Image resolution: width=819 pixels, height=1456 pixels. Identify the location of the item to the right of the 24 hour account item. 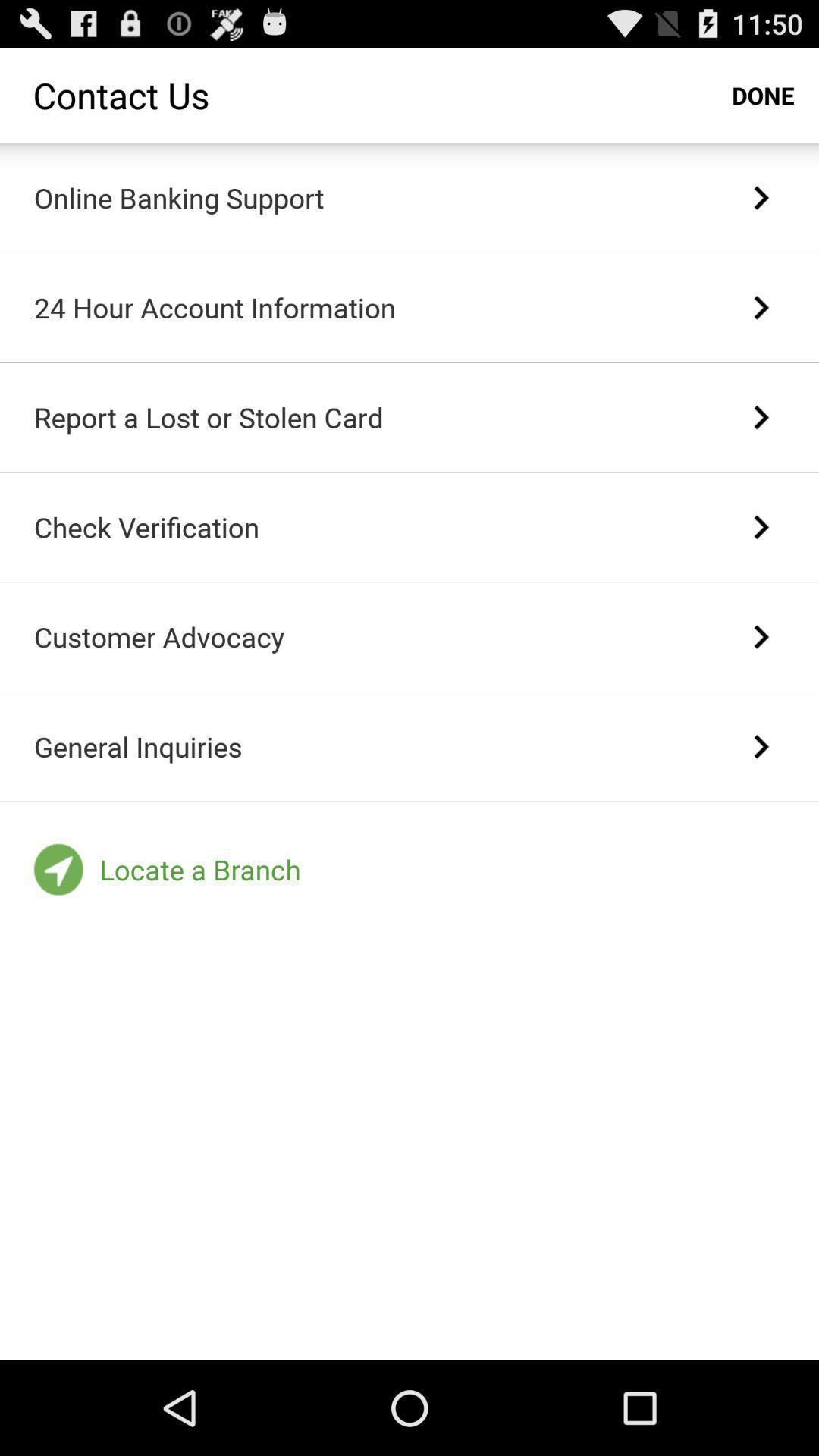
(761, 306).